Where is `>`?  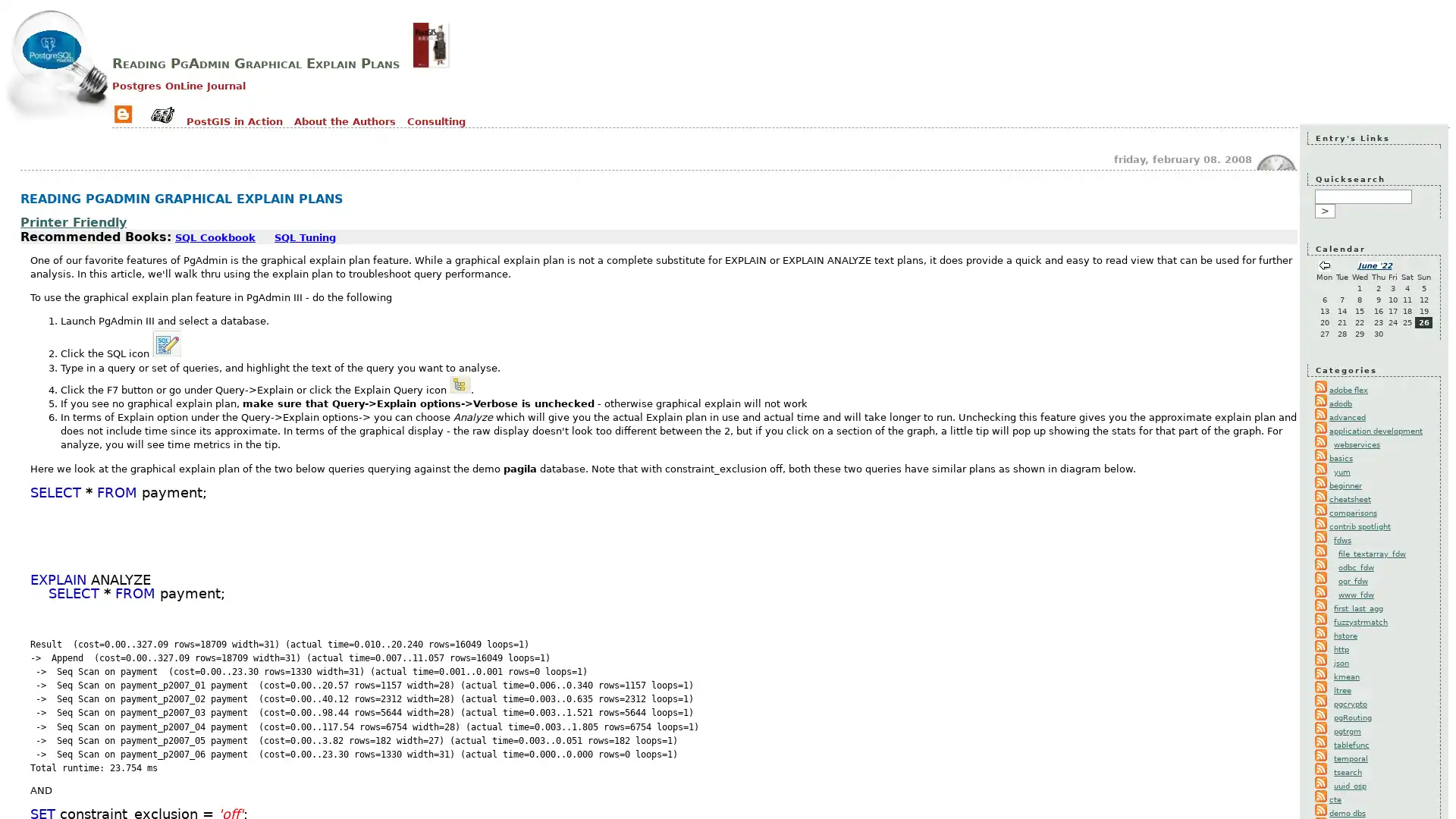 > is located at coordinates (1324, 211).